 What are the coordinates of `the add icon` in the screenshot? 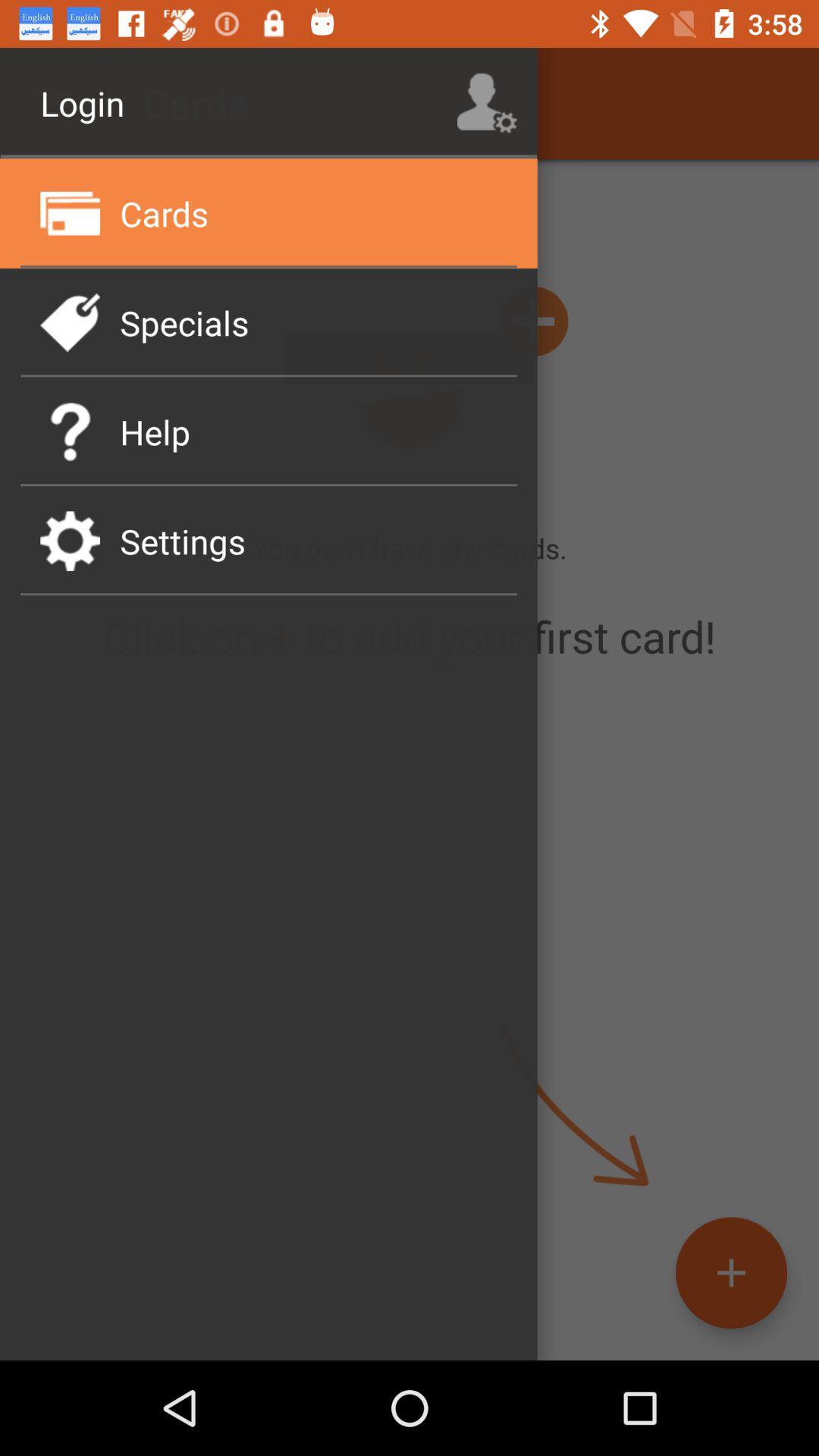 It's located at (730, 1272).